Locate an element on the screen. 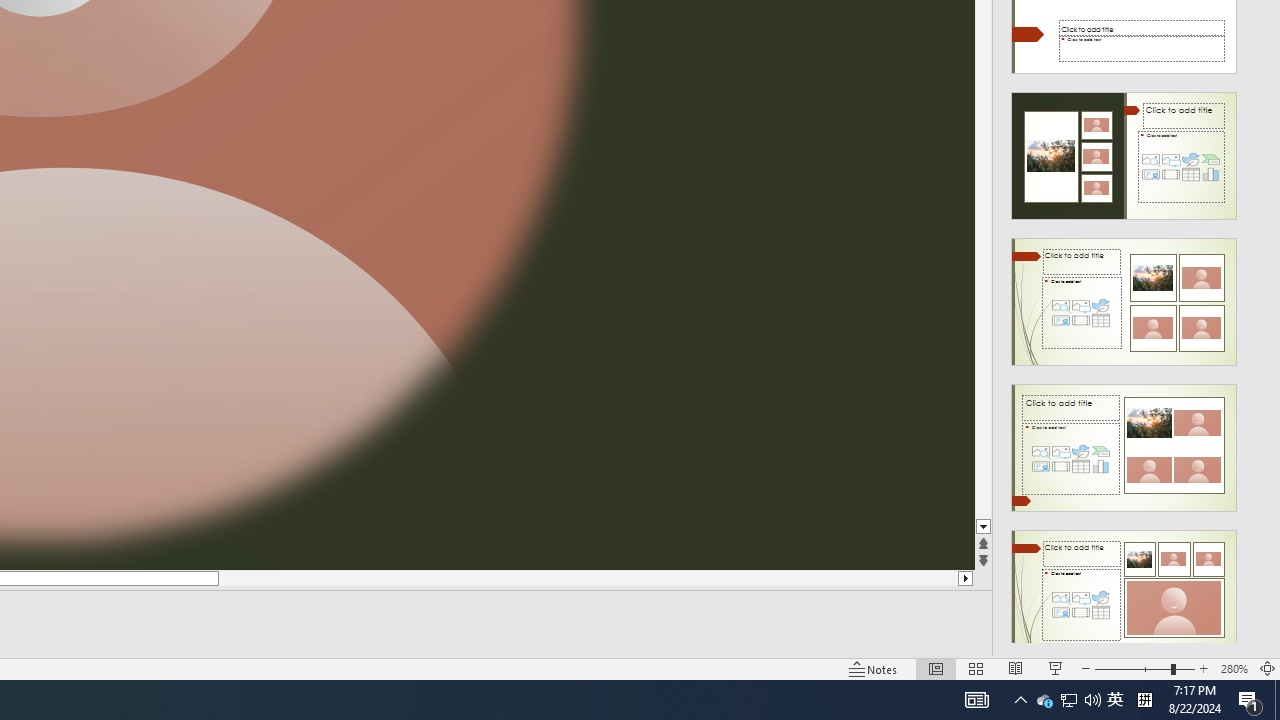 The width and height of the screenshot is (1280, 720). 'Reading View' is located at coordinates (1015, 669).